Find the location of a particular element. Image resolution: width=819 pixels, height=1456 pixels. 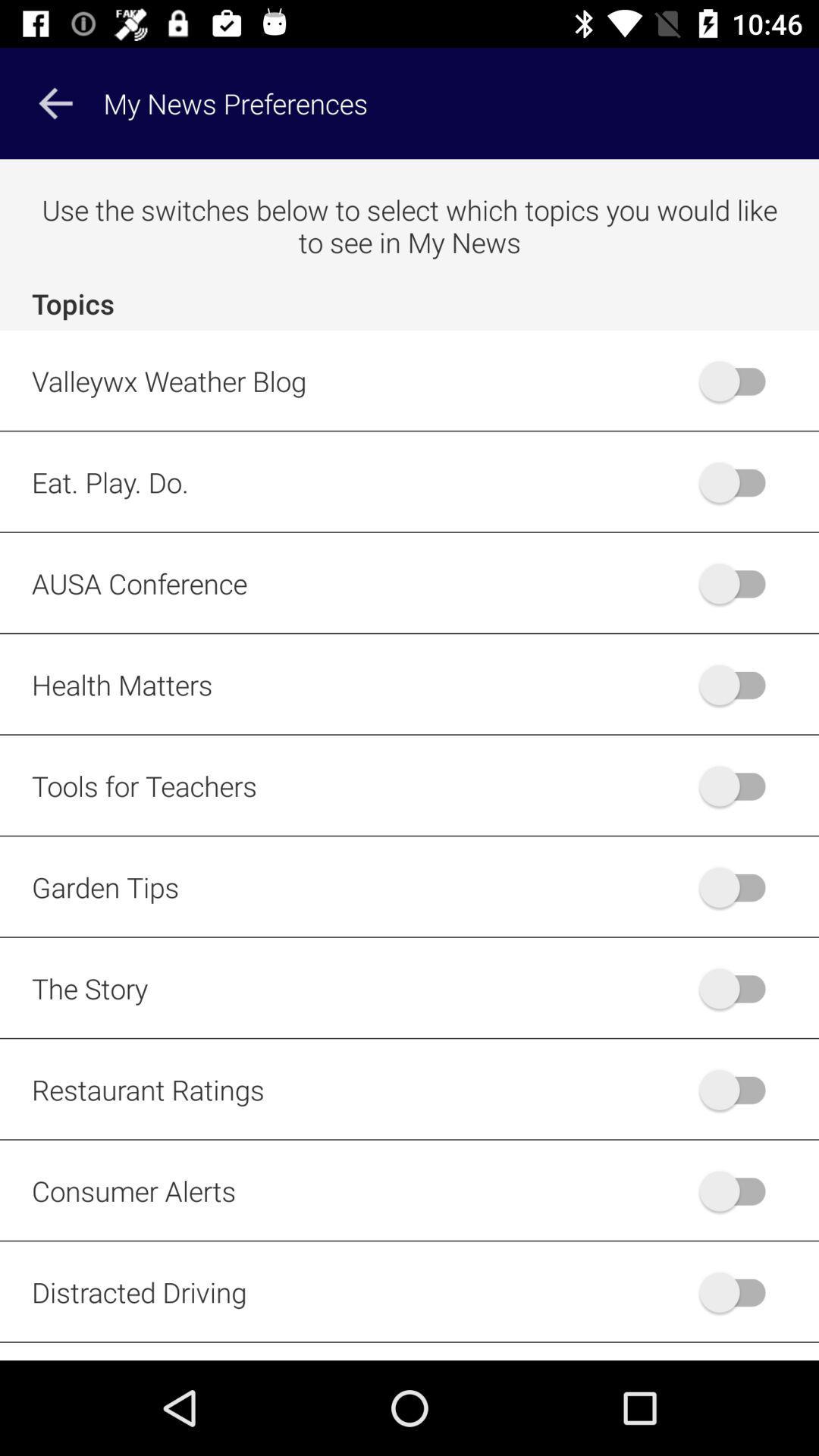

the icon at the top left corner is located at coordinates (55, 102).